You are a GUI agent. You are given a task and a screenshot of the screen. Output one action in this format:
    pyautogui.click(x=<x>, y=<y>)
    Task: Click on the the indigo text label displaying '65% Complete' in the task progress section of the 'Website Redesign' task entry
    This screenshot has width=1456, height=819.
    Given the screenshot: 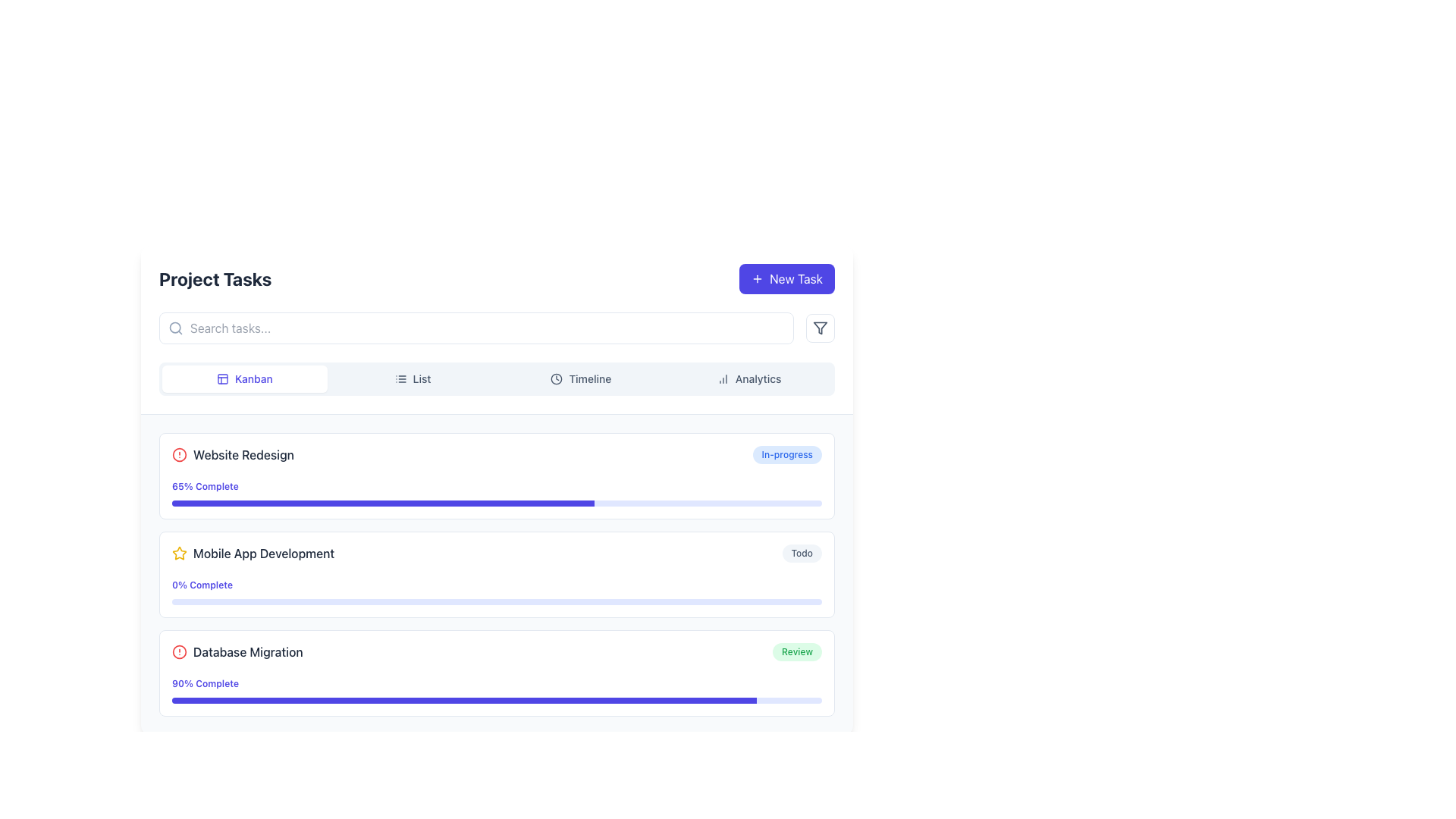 What is the action you would take?
    pyautogui.click(x=204, y=486)
    